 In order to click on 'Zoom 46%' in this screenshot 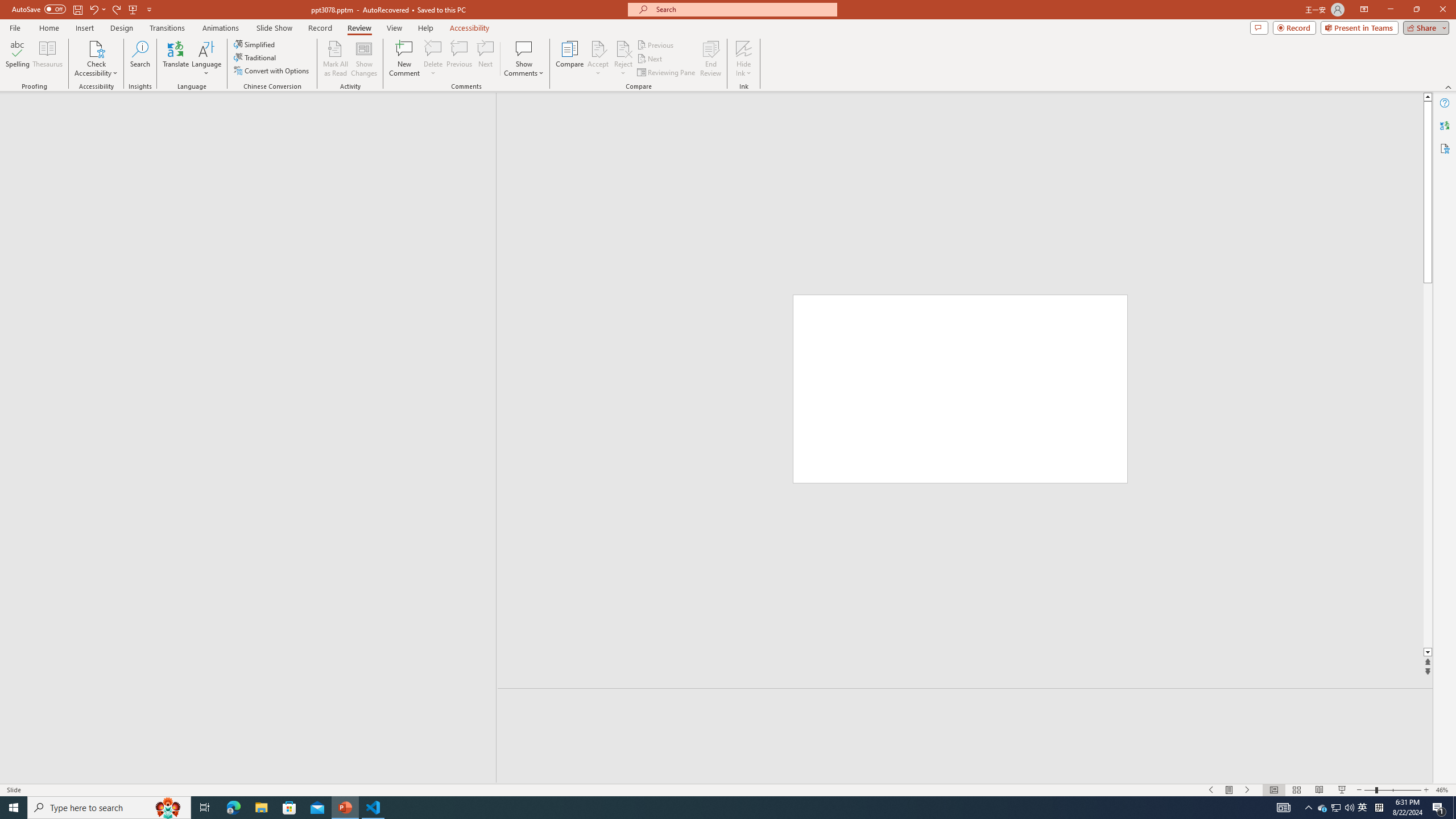, I will do `click(1443, 790)`.